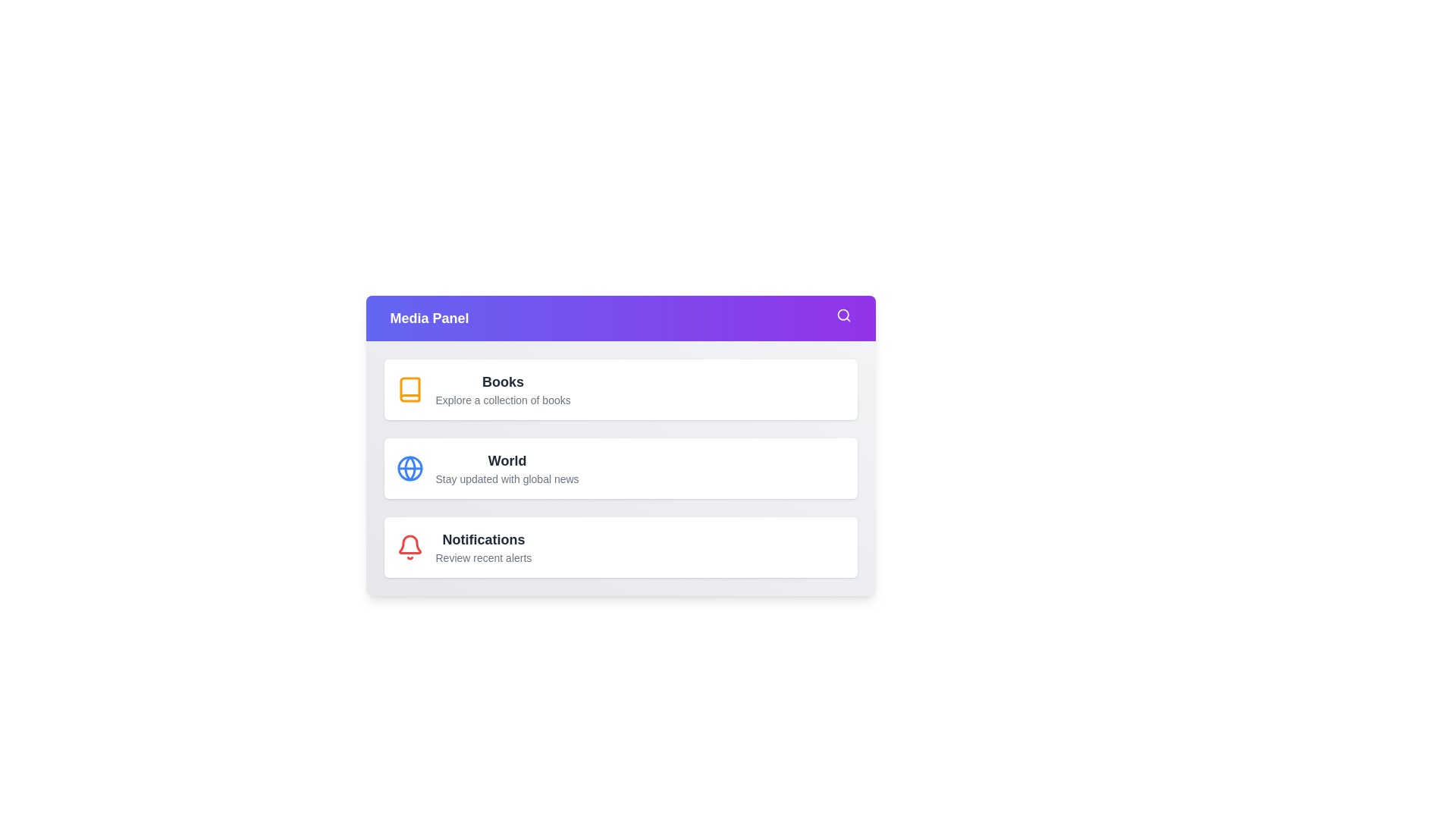 Image resolution: width=1456 pixels, height=819 pixels. Describe the element at coordinates (409, 467) in the screenshot. I see `the menu option World to view its highlight` at that location.